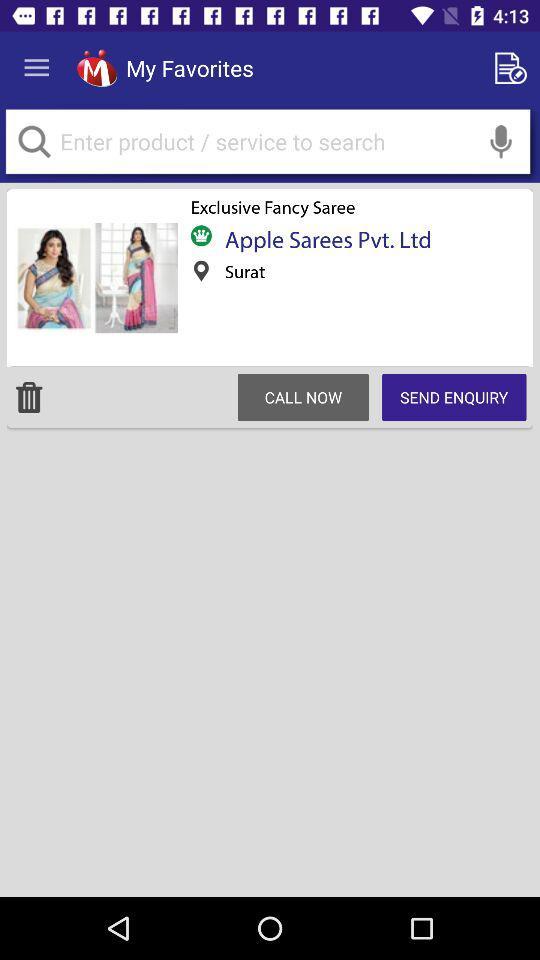 The image size is (540, 960). I want to click on the search icon, so click(33, 140).